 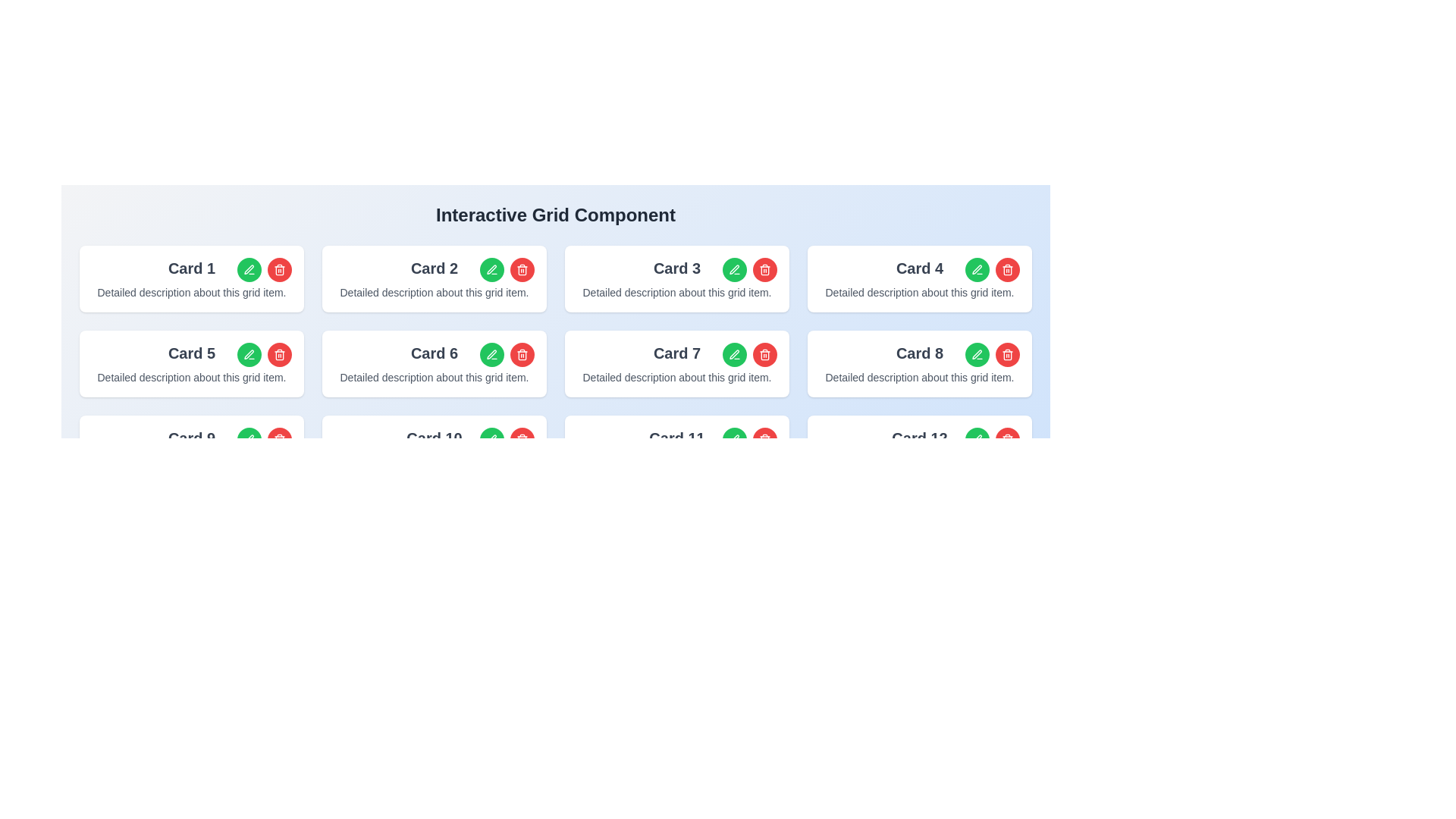 What do you see at coordinates (676, 268) in the screenshot?
I see `the title text 'Card 3' displayed in bold and large font within the card located in the first row and third column of the grid layout` at bounding box center [676, 268].